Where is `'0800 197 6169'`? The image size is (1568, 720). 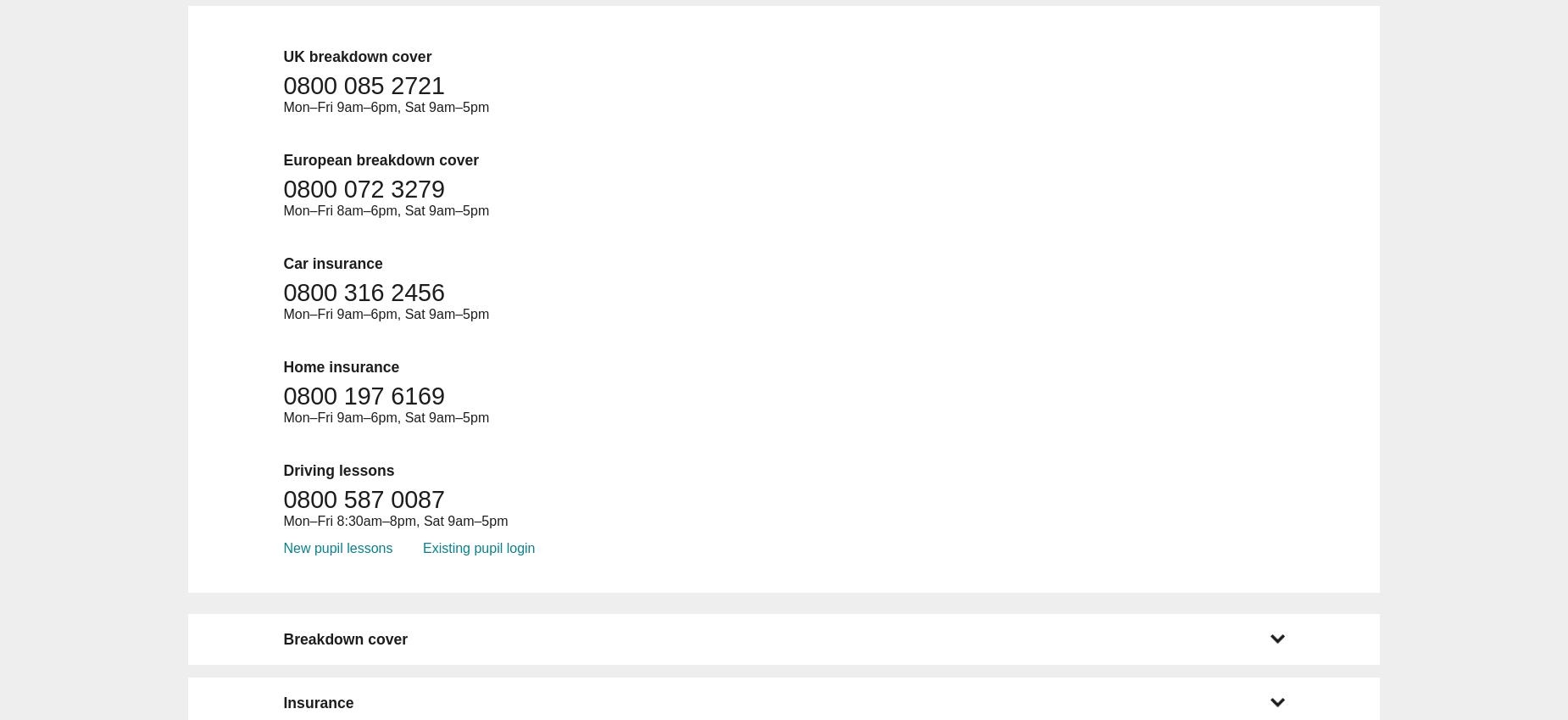 '0800 197 6169' is located at coordinates (363, 395).